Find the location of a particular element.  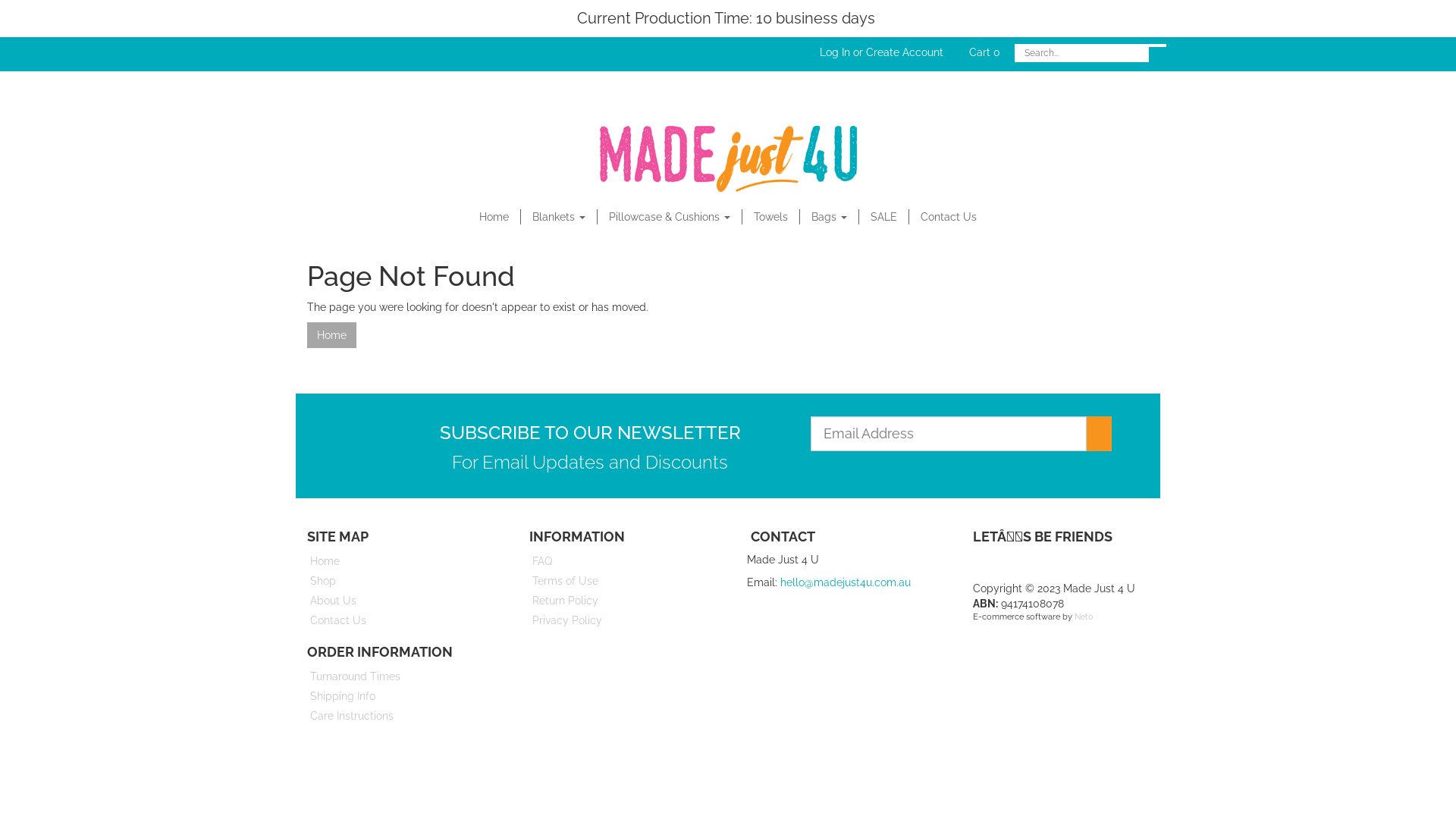

'submit' is located at coordinates (1099, 433).